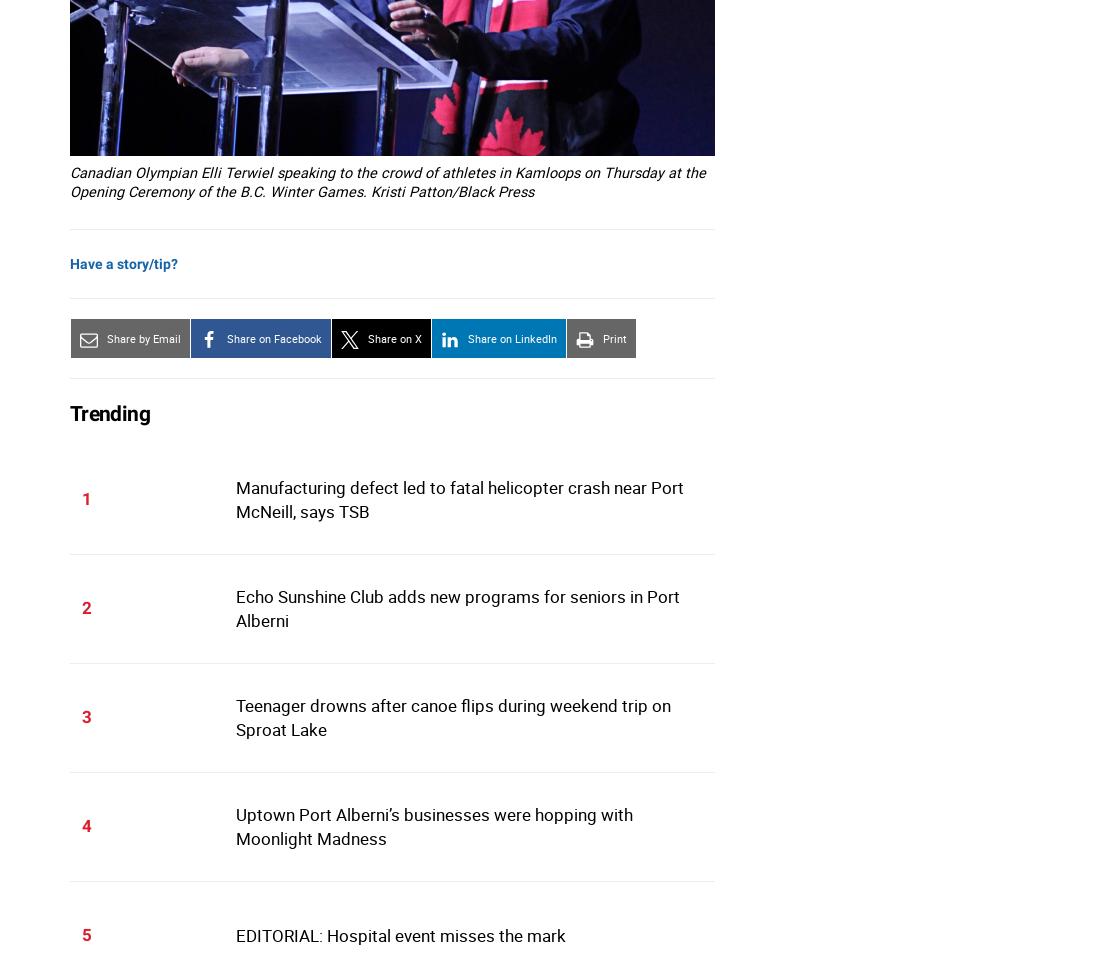 This screenshot has width=1100, height=966. Describe the element at coordinates (234, 716) in the screenshot. I see `'Teenager drowns after canoe flips during weekend trip on Sproat Lake'` at that location.